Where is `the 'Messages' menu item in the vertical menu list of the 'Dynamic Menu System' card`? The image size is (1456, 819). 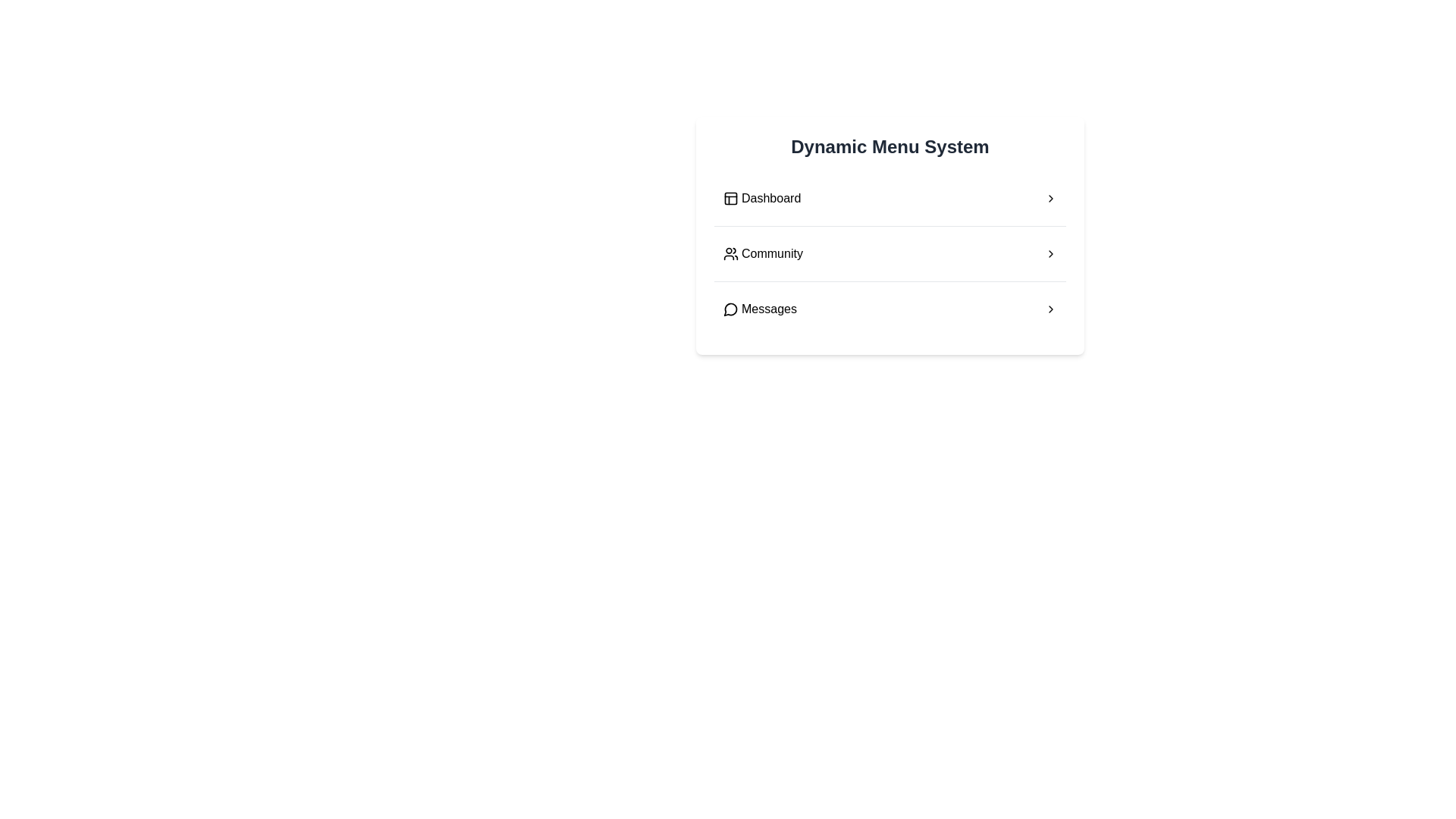 the 'Messages' menu item in the vertical menu list of the 'Dynamic Menu System' card is located at coordinates (890, 308).